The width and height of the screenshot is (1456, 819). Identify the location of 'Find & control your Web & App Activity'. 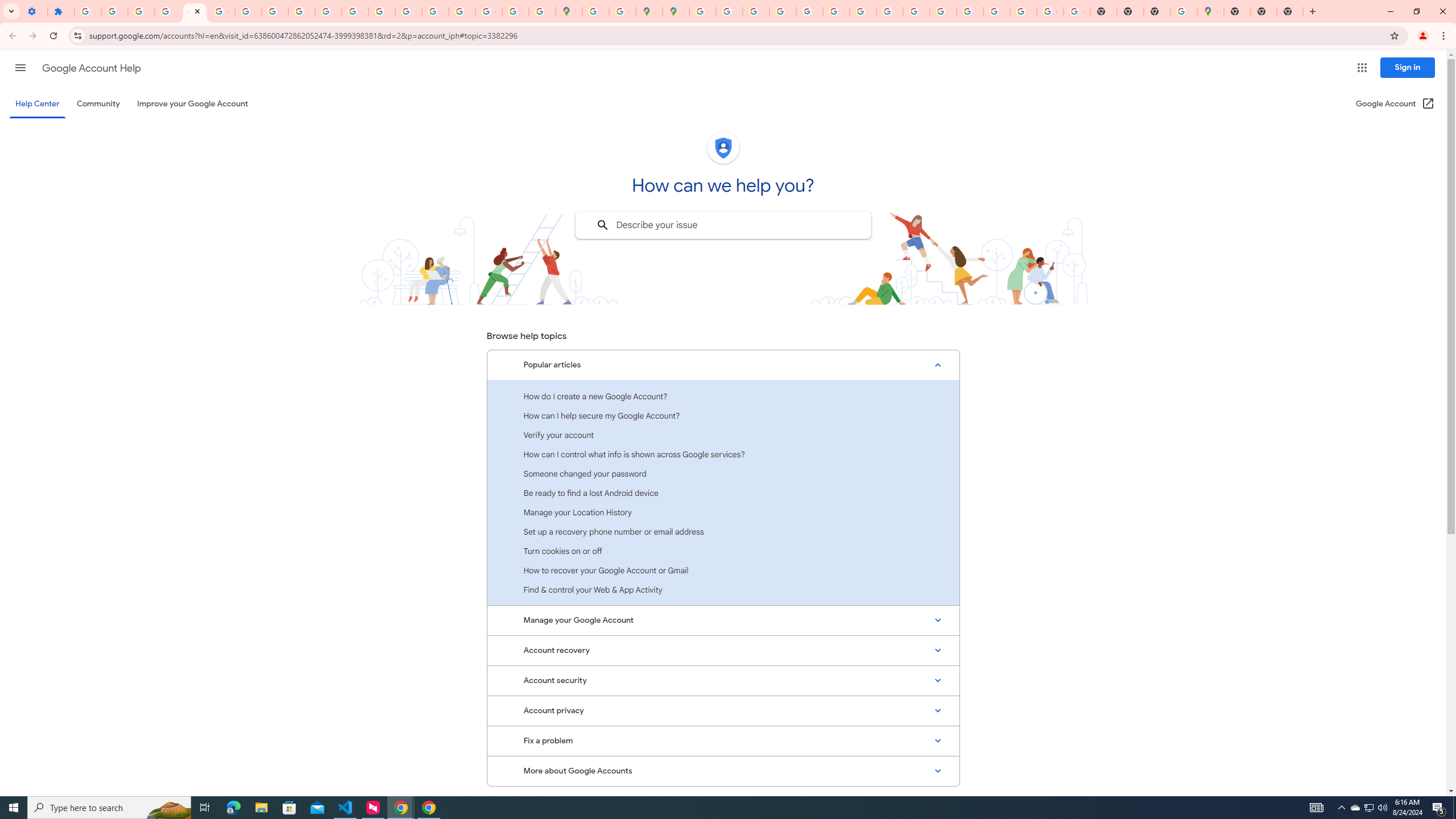
(723, 589).